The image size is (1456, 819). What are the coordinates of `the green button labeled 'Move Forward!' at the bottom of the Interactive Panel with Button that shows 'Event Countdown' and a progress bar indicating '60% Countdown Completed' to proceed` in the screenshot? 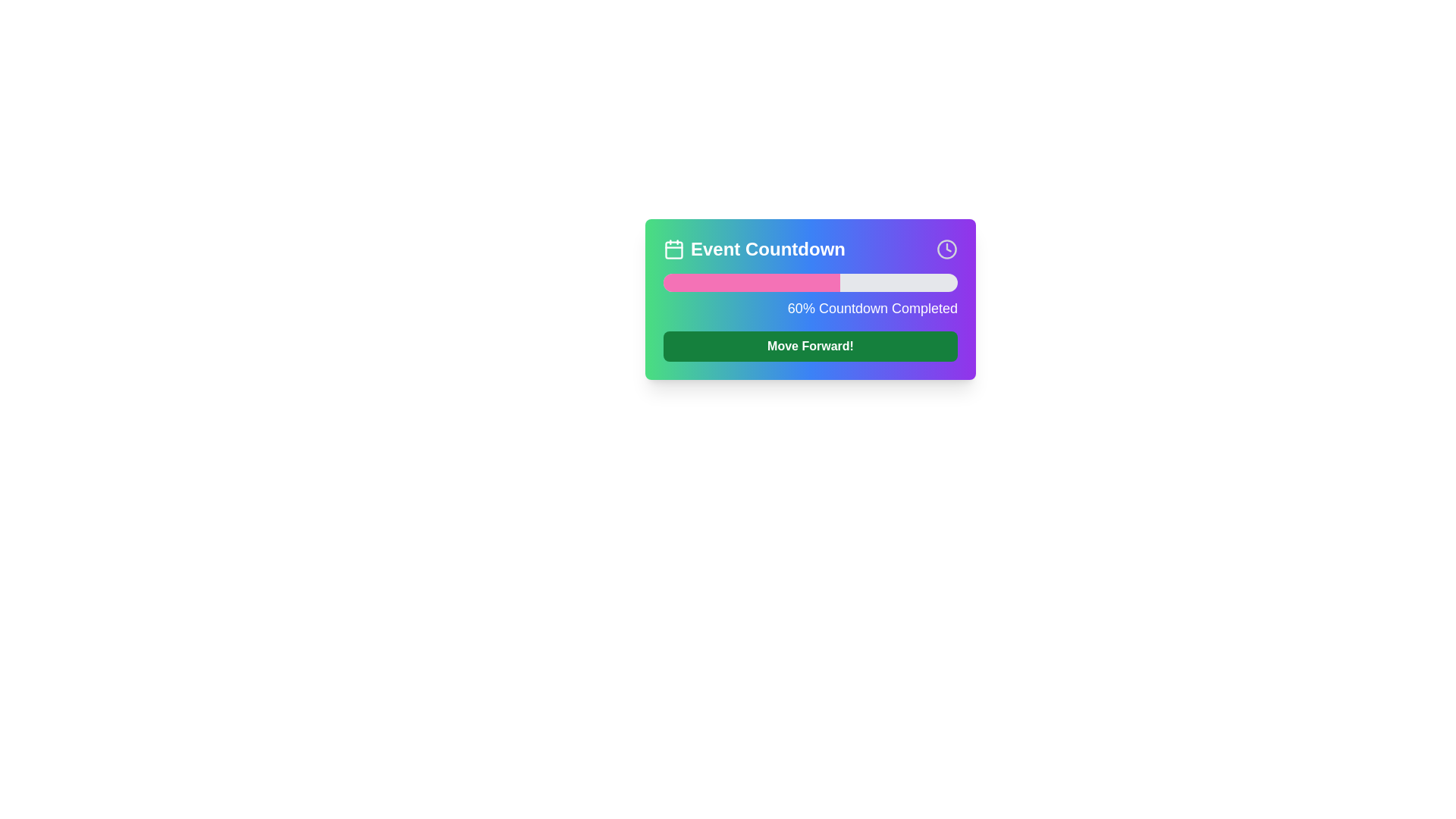 It's located at (810, 335).